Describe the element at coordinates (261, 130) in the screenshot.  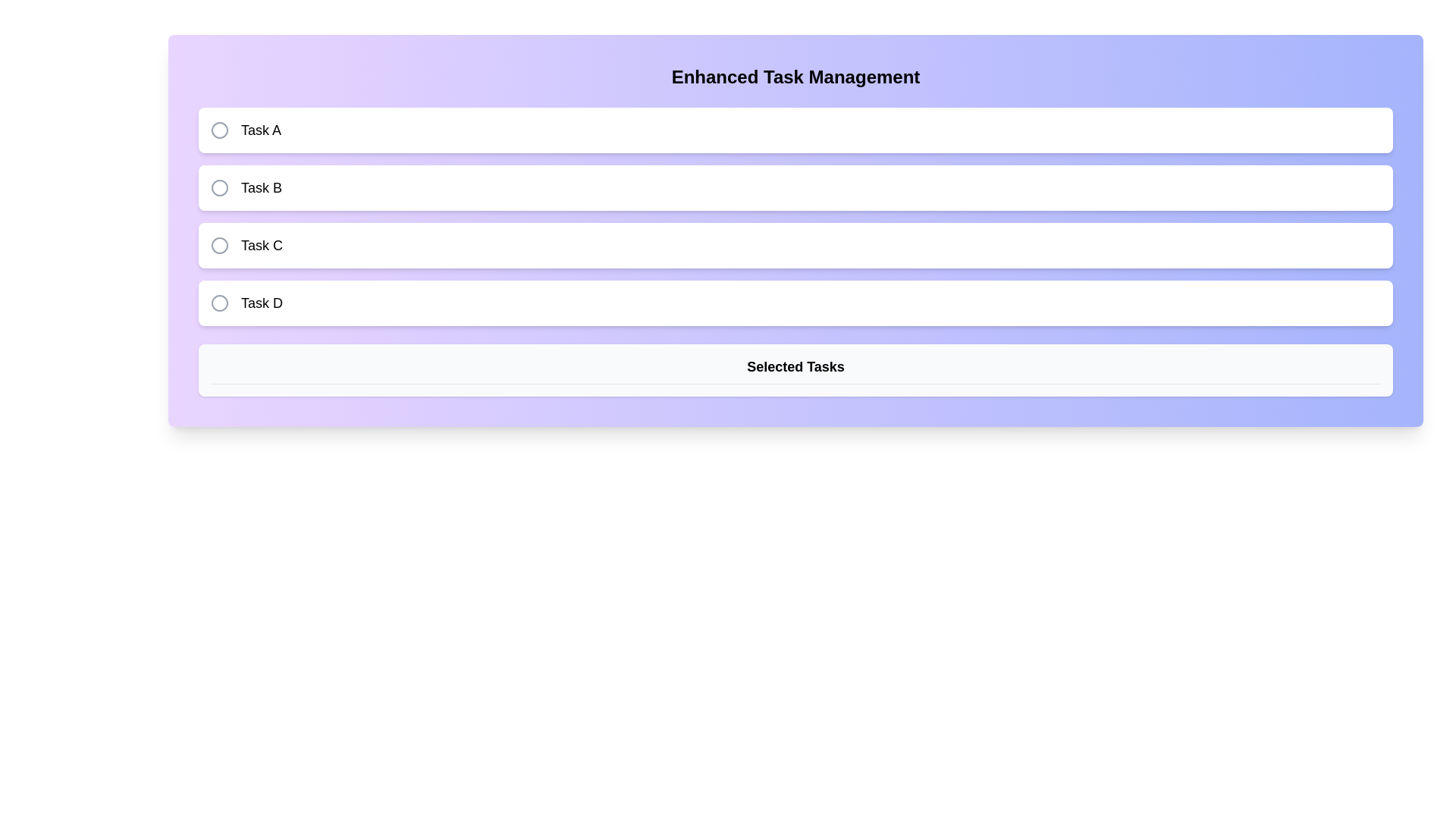
I see `the text label displaying 'Task A', which is bold and black, located to the right of a circular icon in the first item of a vertically arranged list` at that location.